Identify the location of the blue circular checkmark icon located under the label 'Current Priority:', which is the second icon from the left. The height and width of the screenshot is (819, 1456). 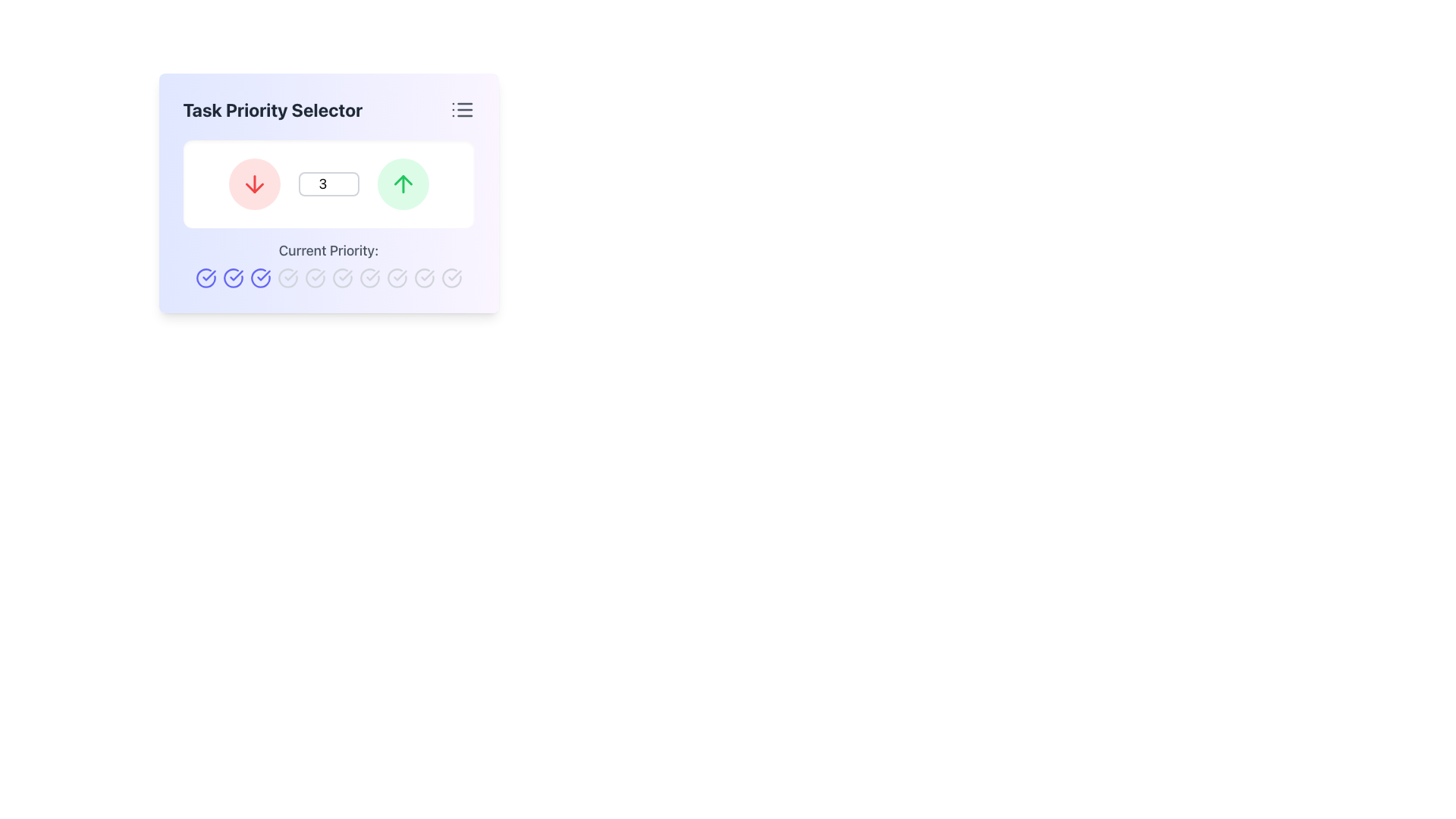
(235, 275).